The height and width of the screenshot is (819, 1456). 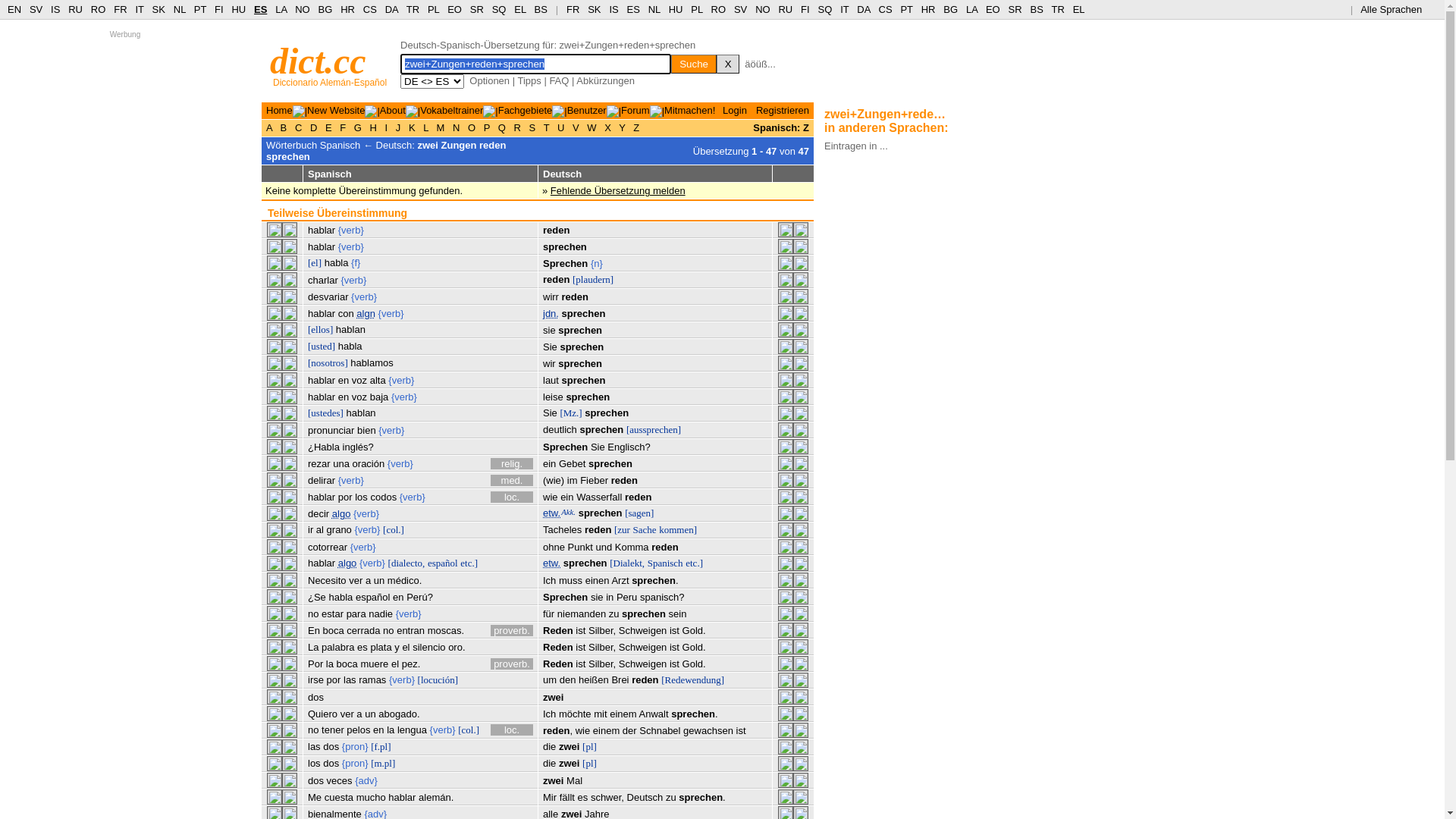 What do you see at coordinates (568, 745) in the screenshot?
I see `'zwei'` at bounding box center [568, 745].